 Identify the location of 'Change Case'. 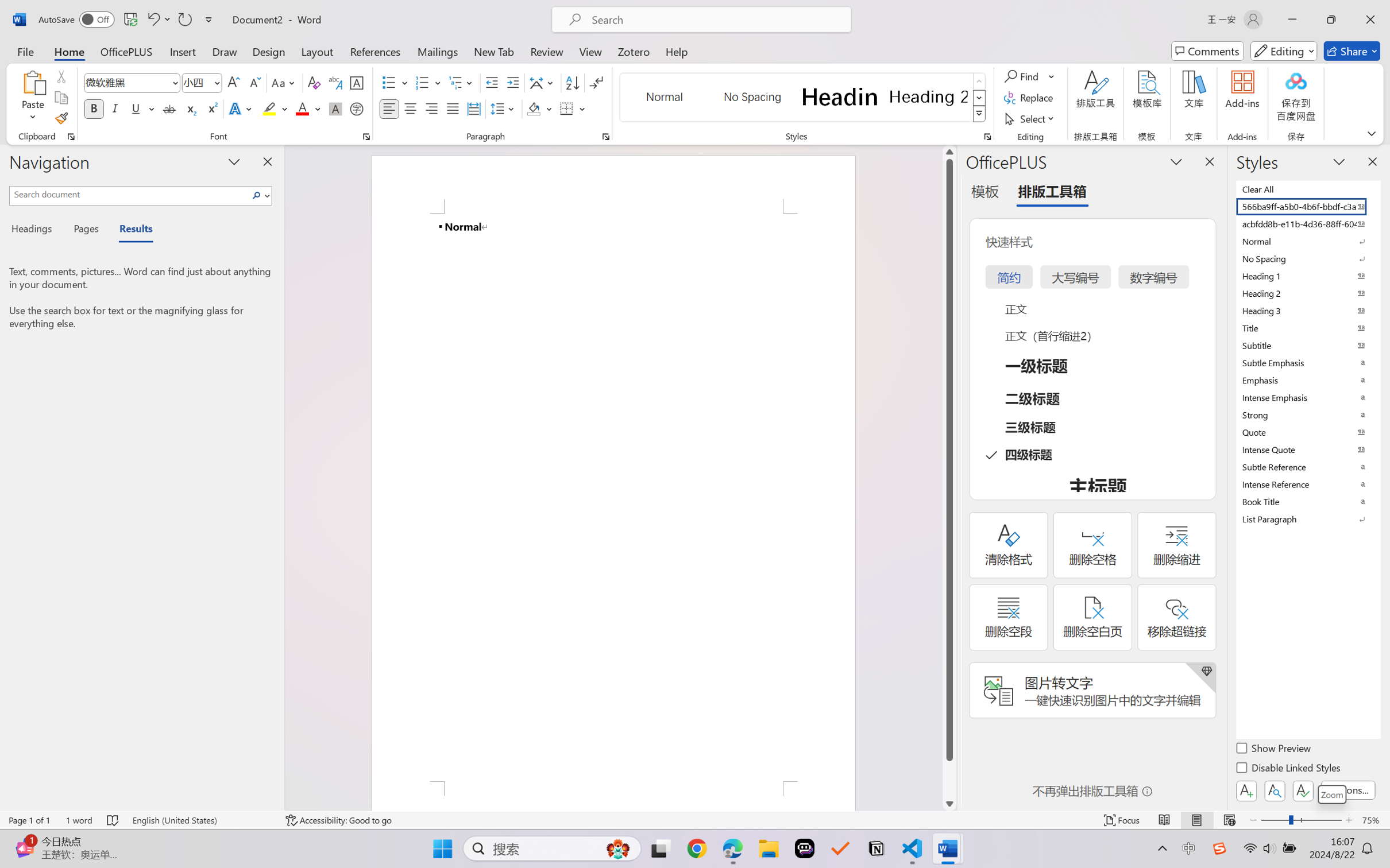
(283, 83).